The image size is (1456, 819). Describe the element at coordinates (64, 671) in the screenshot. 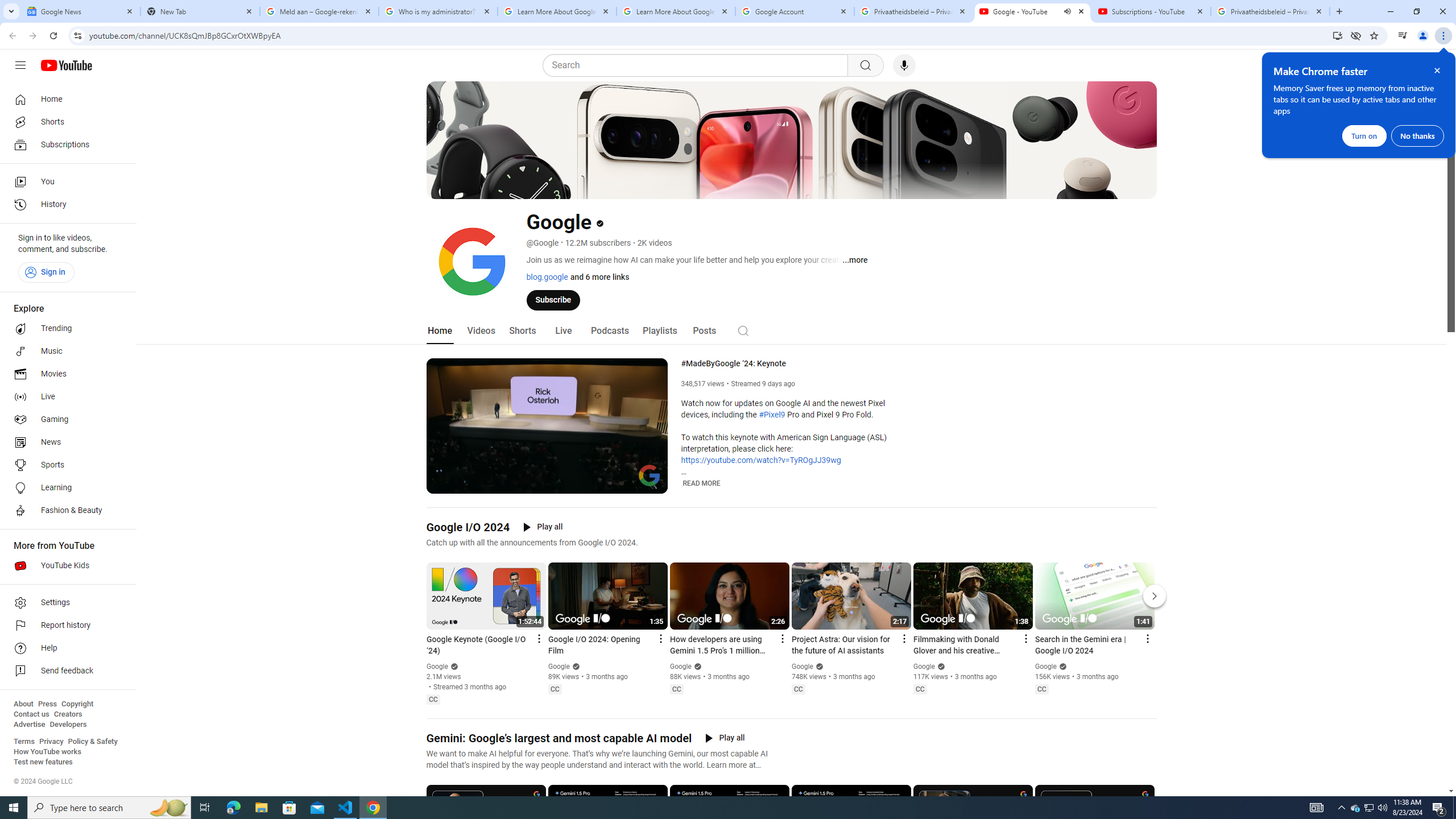

I see `'Send feedback'` at that location.